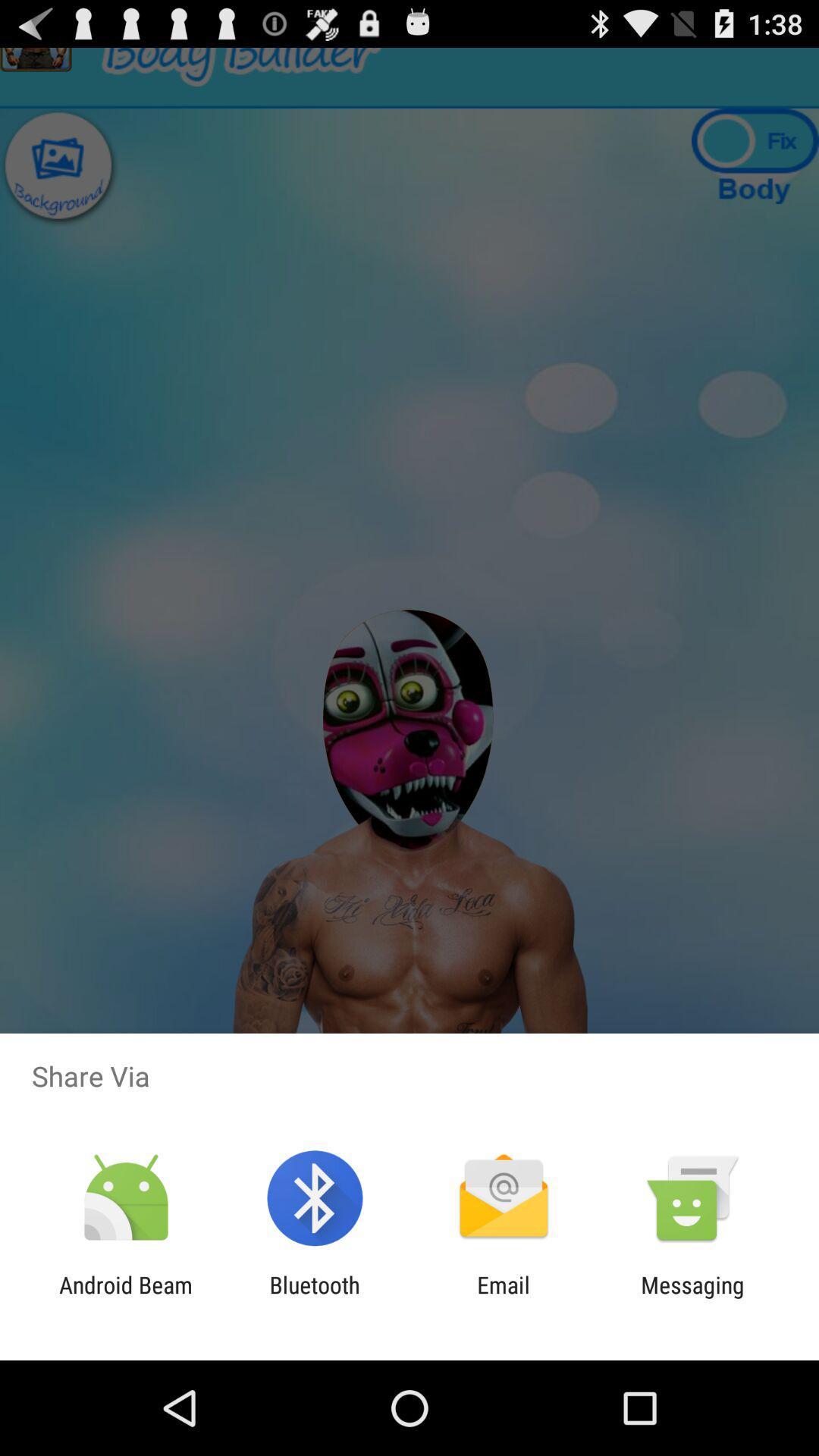  I want to click on the bluetooth item, so click(314, 1298).